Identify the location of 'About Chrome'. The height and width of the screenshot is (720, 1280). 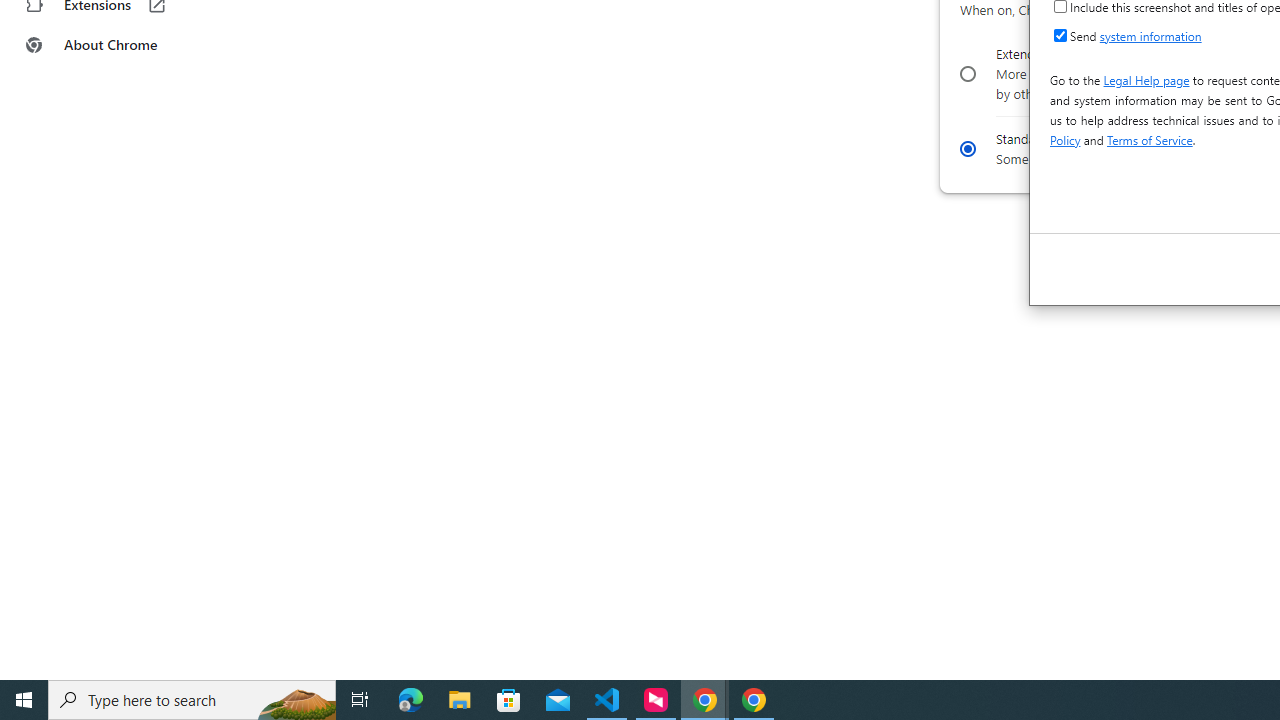
(123, 45).